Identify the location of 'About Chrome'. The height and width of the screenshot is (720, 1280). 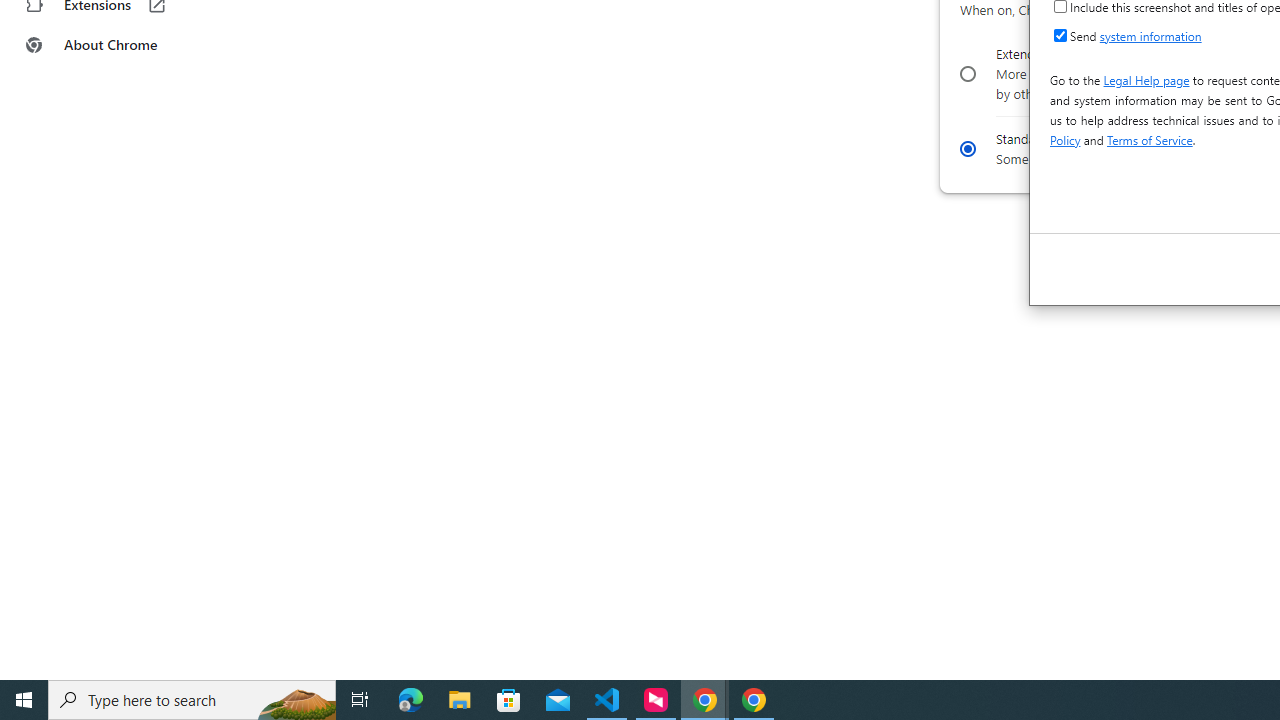
(123, 45).